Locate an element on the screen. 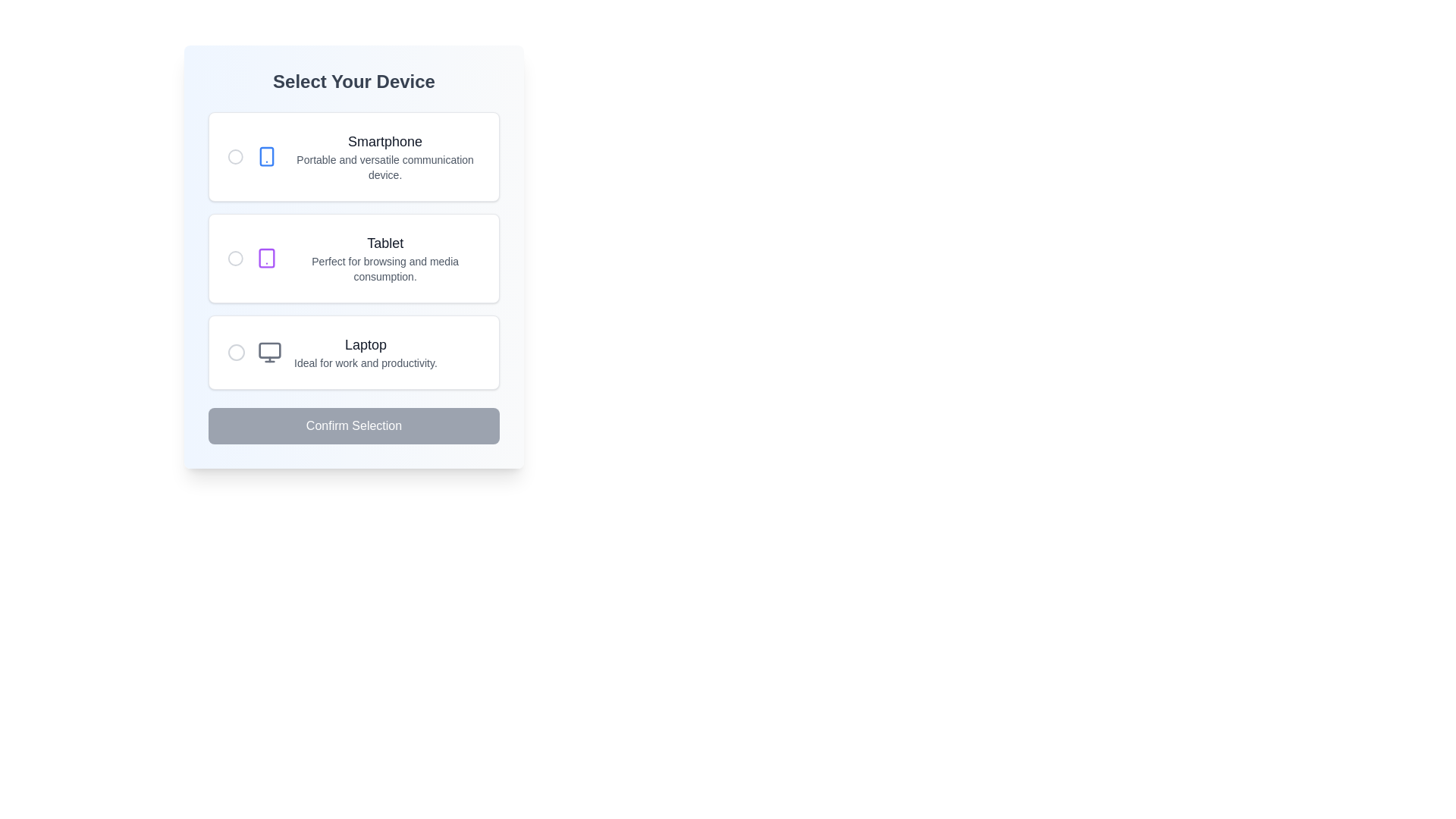 This screenshot has width=1456, height=819. the 'Confirm Selection' button, which is a rectangular button with a gray background and white text, located at the bottom of the selection panel is located at coordinates (353, 426).